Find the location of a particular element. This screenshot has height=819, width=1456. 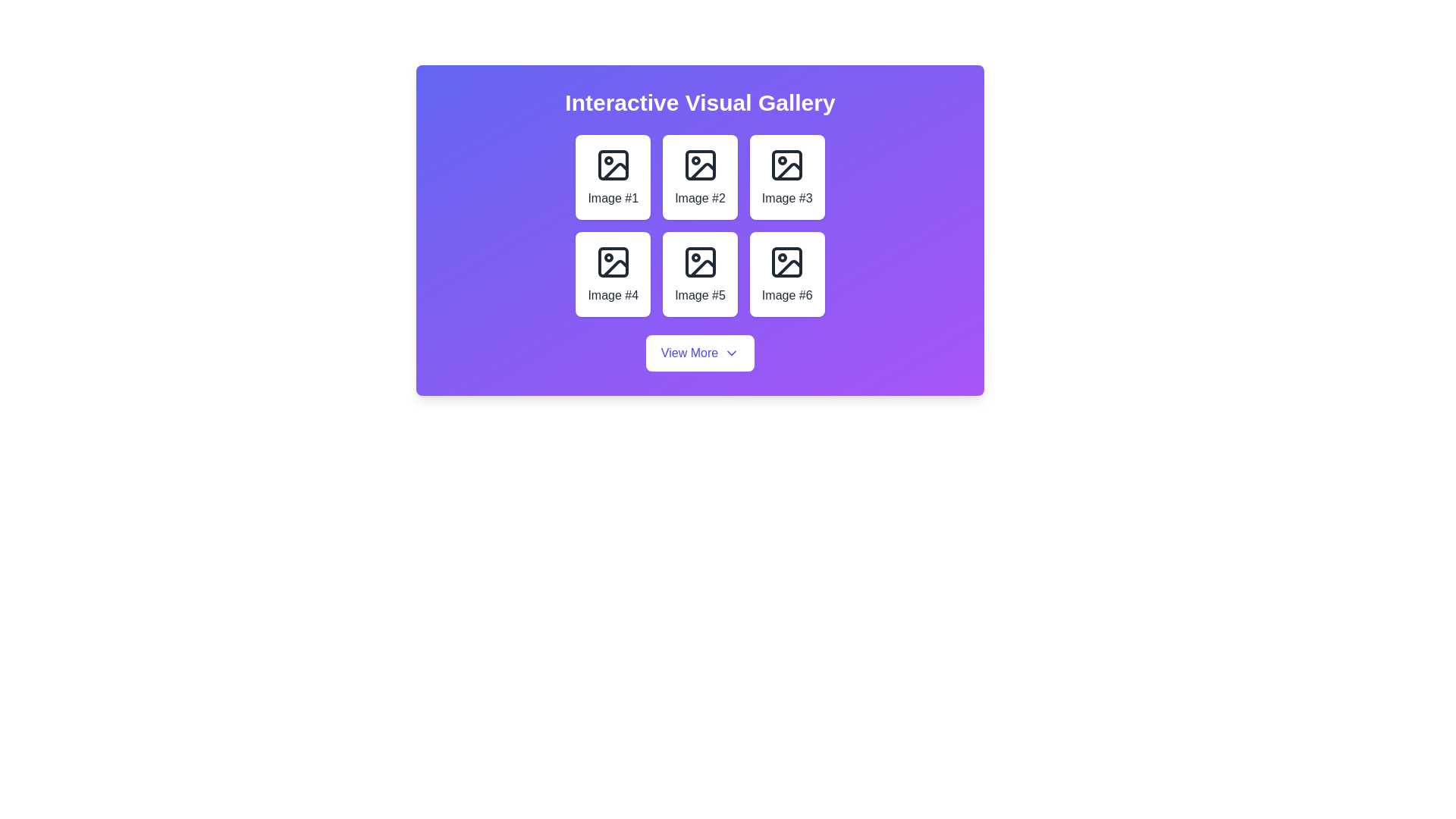

the Text label located in the first row and third column of the 2x3 grid layout, which provides descriptive text for an image in a visual gallery is located at coordinates (787, 198).